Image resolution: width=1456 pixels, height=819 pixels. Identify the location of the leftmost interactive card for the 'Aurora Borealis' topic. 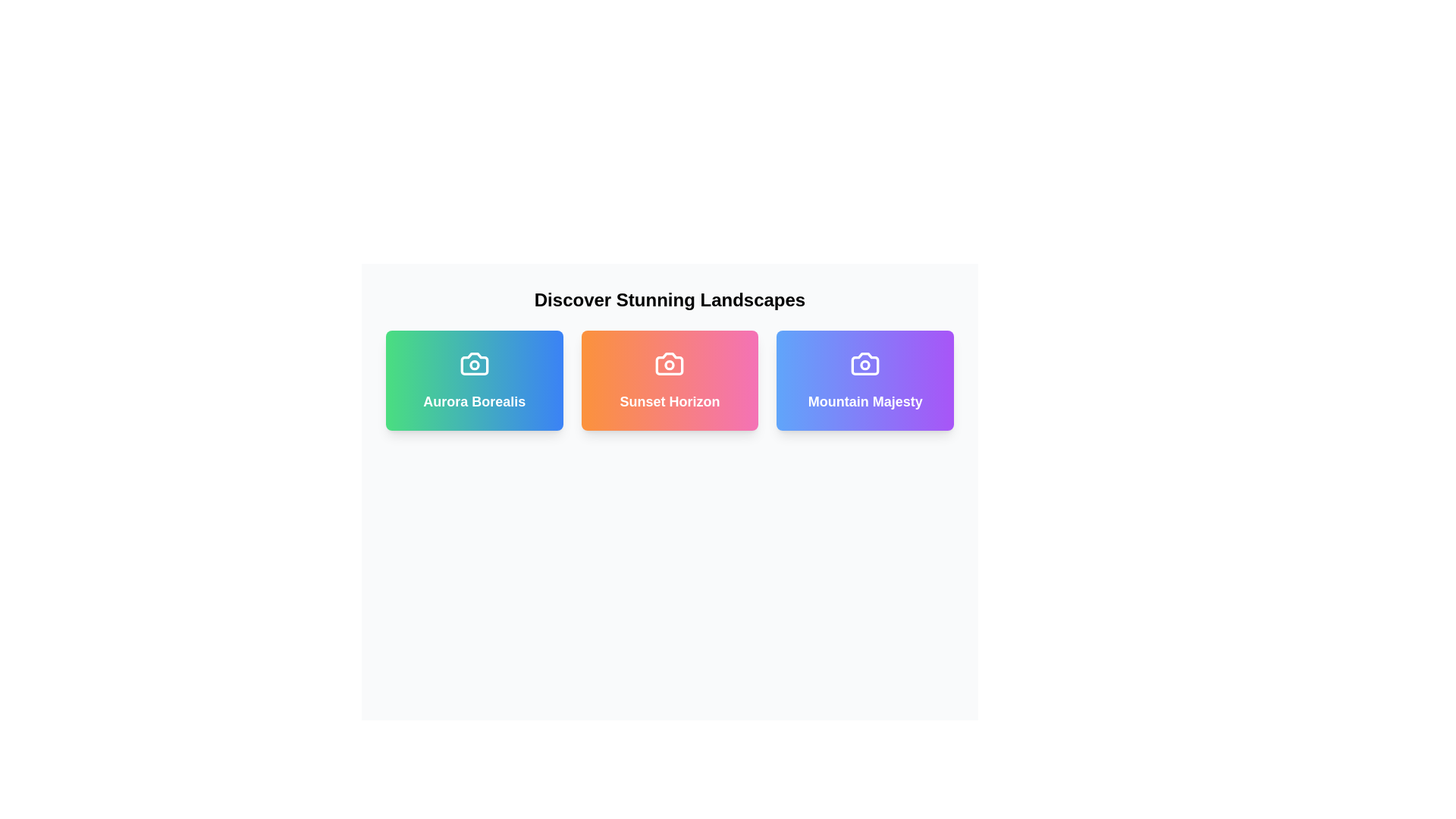
(473, 379).